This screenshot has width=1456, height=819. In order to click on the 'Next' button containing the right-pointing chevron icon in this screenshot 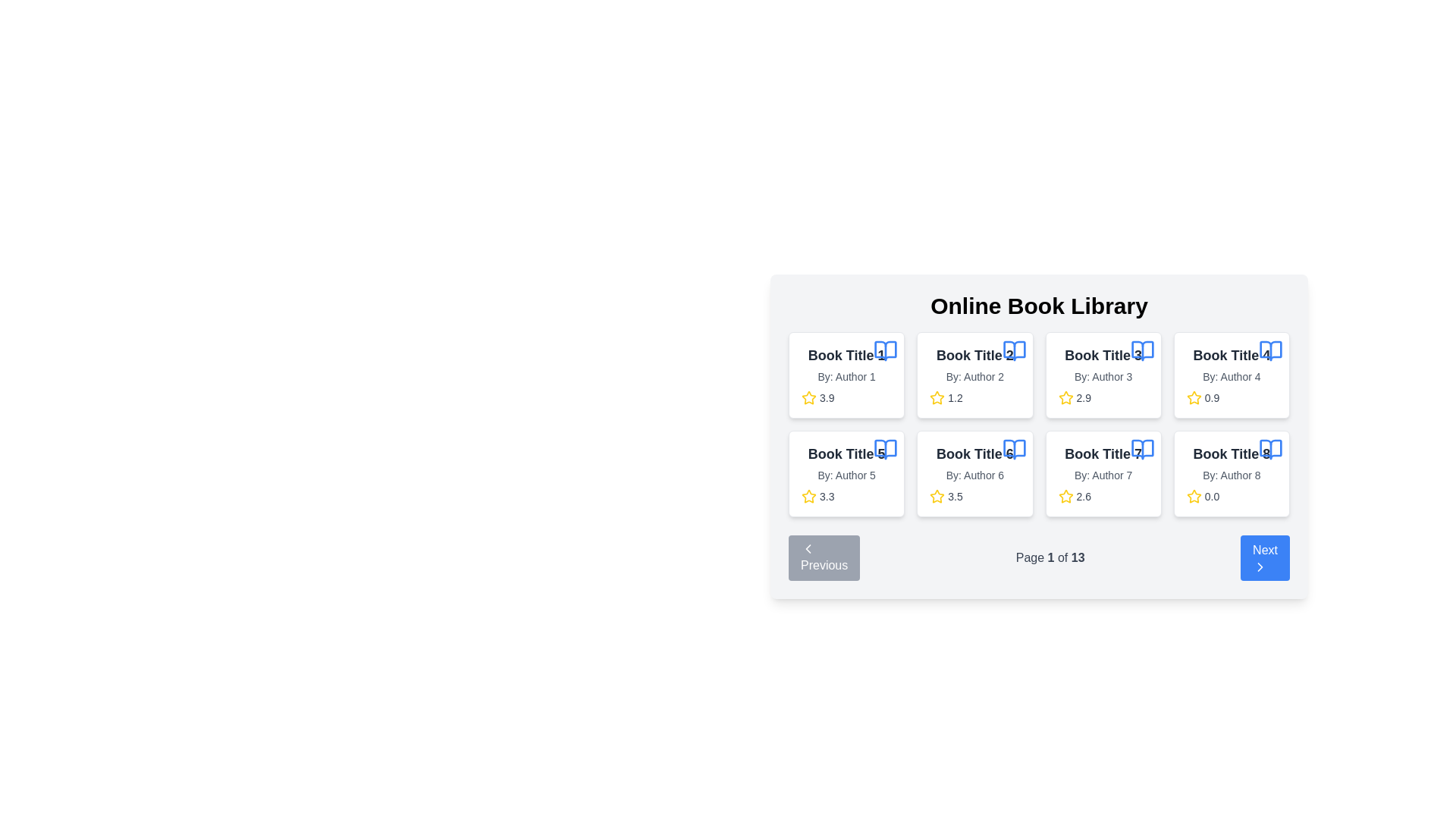, I will do `click(1260, 567)`.